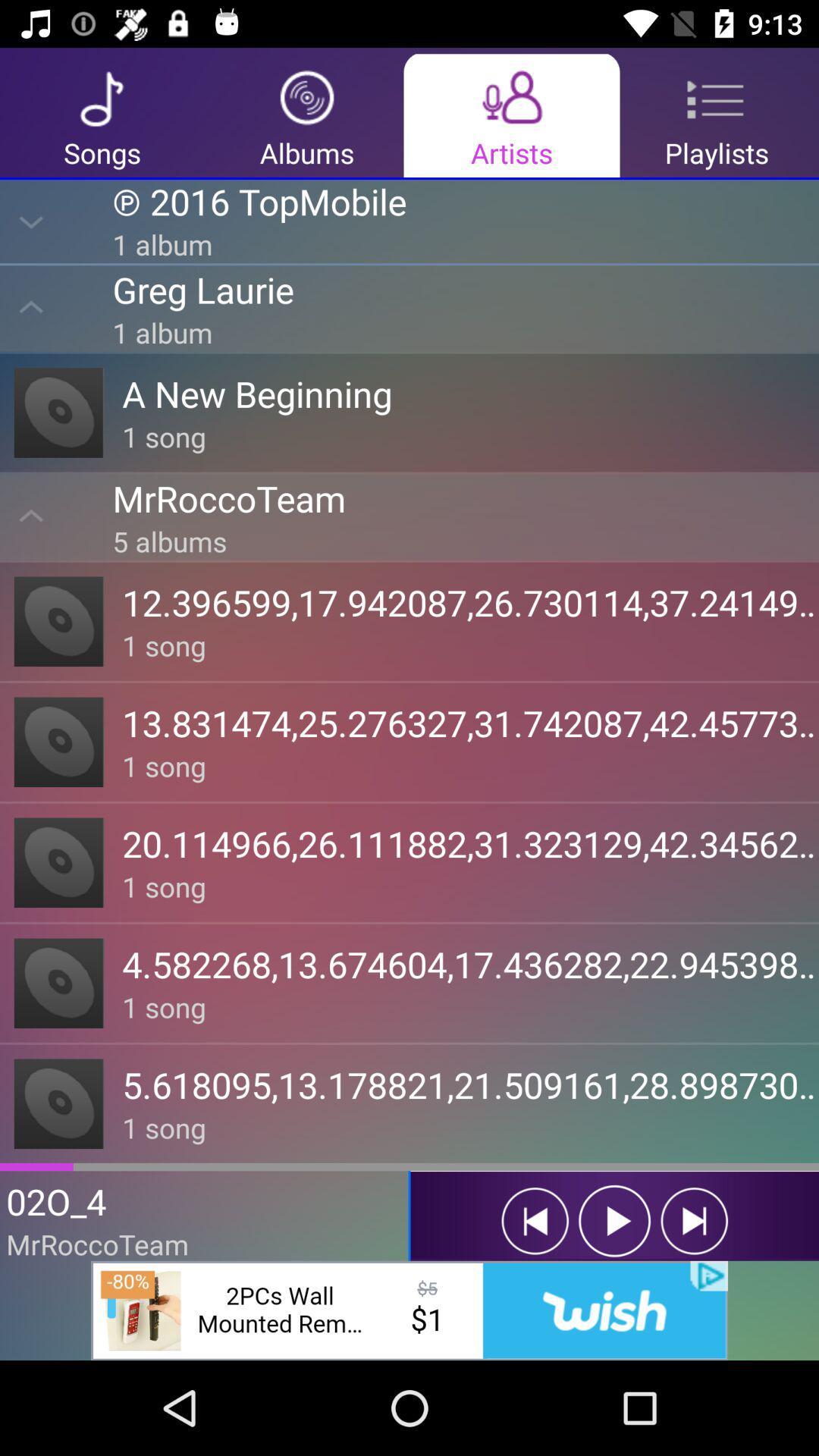 The height and width of the screenshot is (1456, 819). Describe the element at coordinates (614, 1221) in the screenshot. I see `the play icon` at that location.